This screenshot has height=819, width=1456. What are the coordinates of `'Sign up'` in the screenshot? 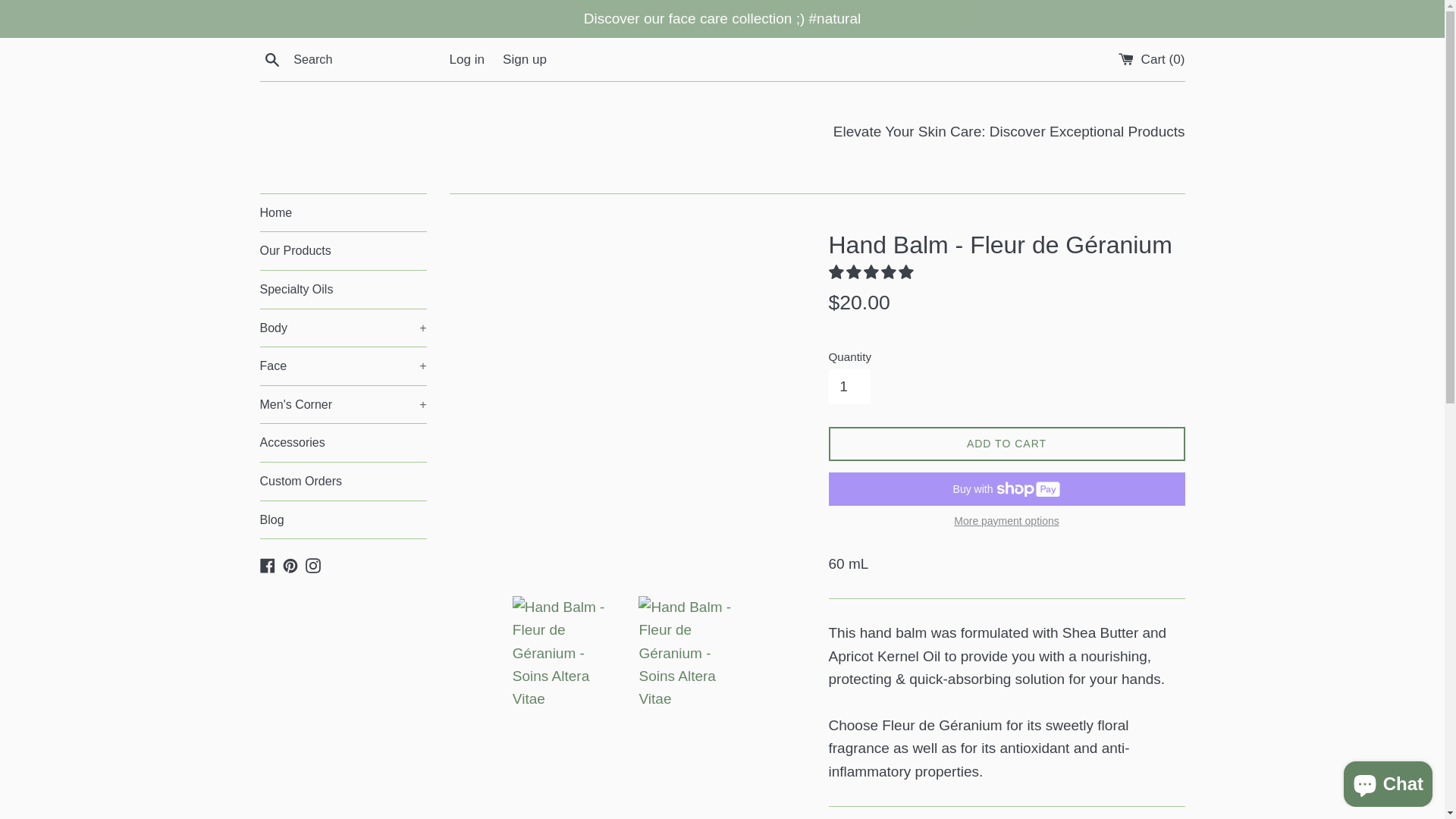 It's located at (524, 58).